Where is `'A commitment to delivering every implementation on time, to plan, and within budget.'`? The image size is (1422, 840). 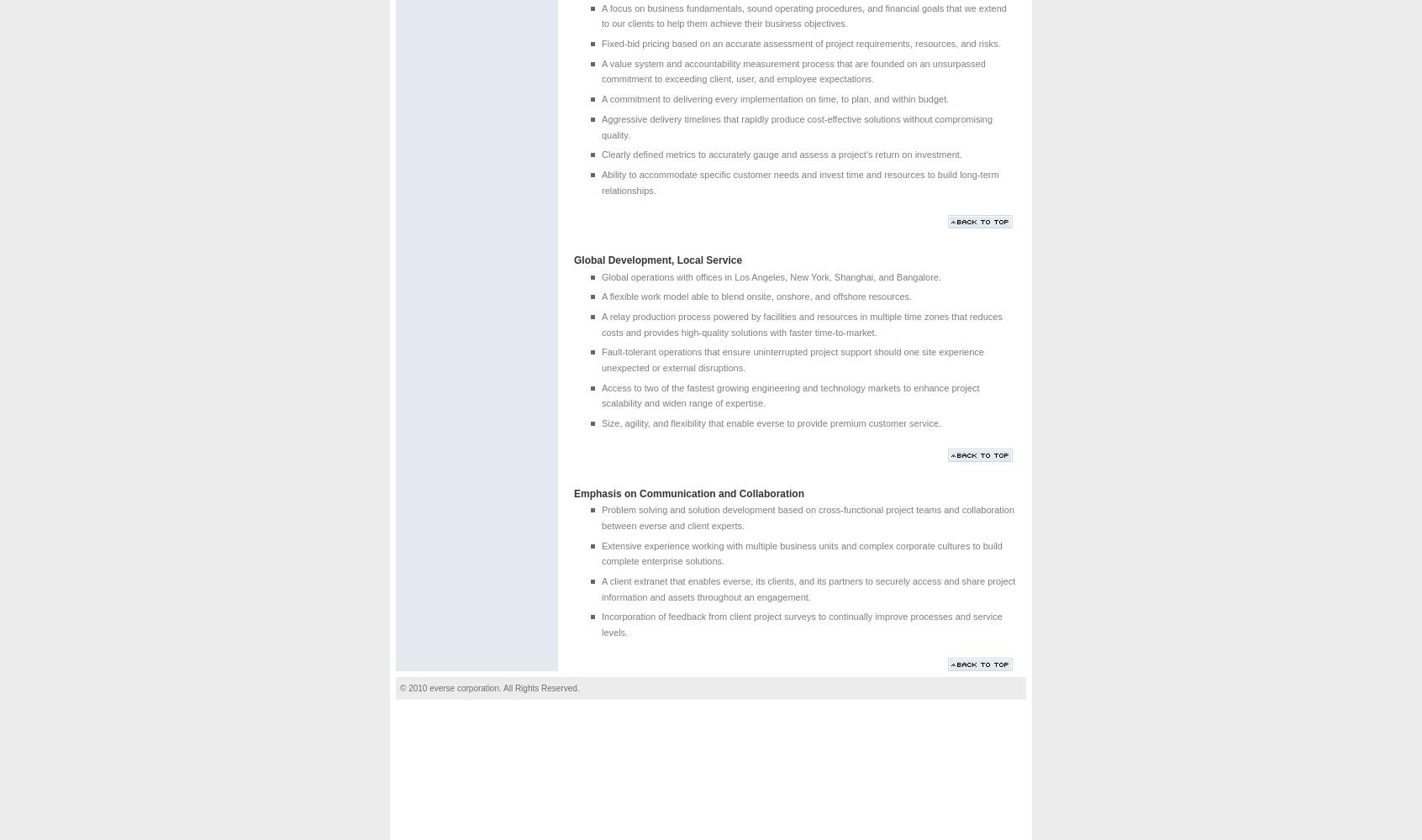 'A commitment to delivering every implementation on time, to plan, and within budget.' is located at coordinates (601, 98).